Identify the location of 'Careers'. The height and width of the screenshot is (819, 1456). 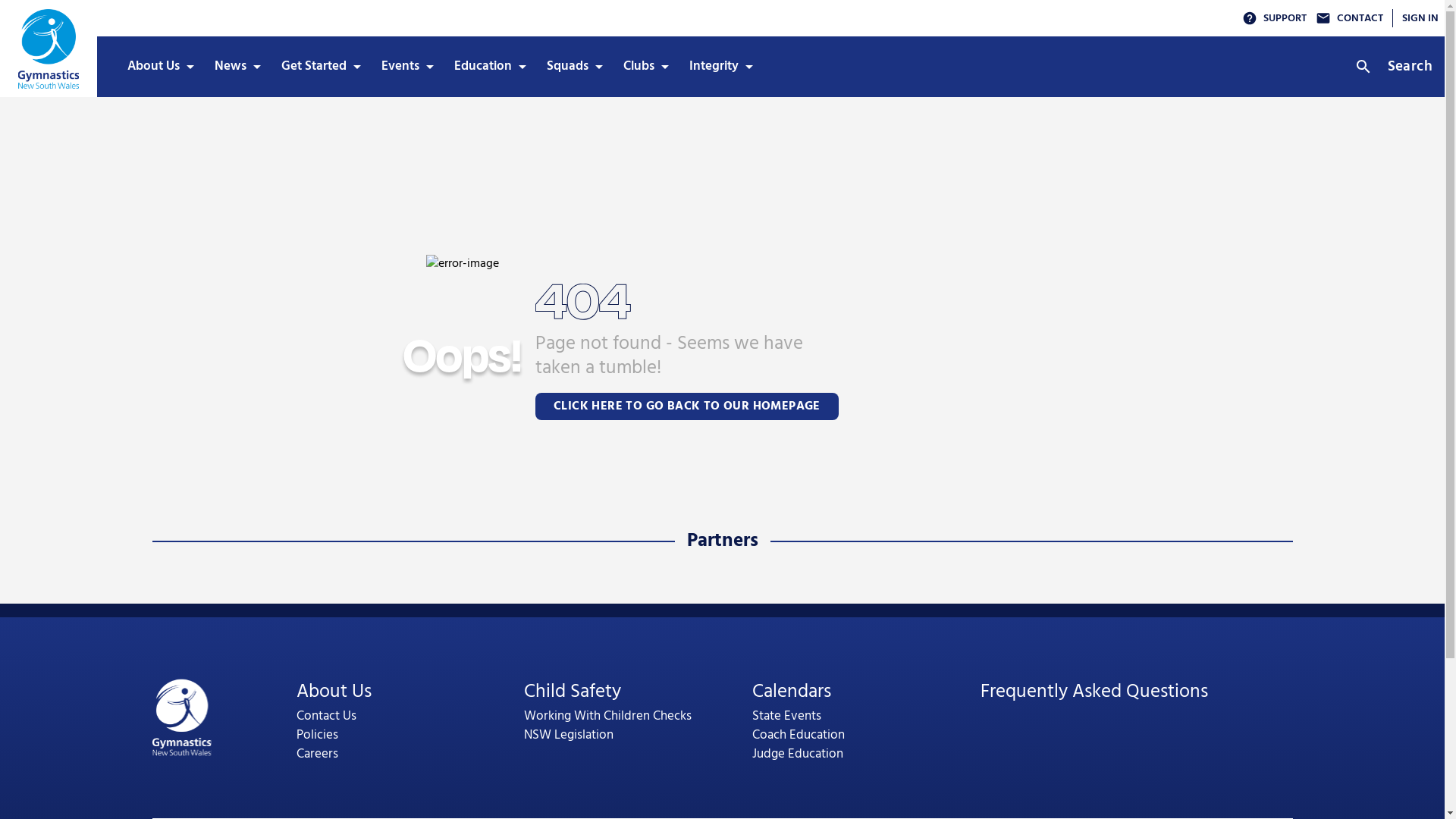
(315, 754).